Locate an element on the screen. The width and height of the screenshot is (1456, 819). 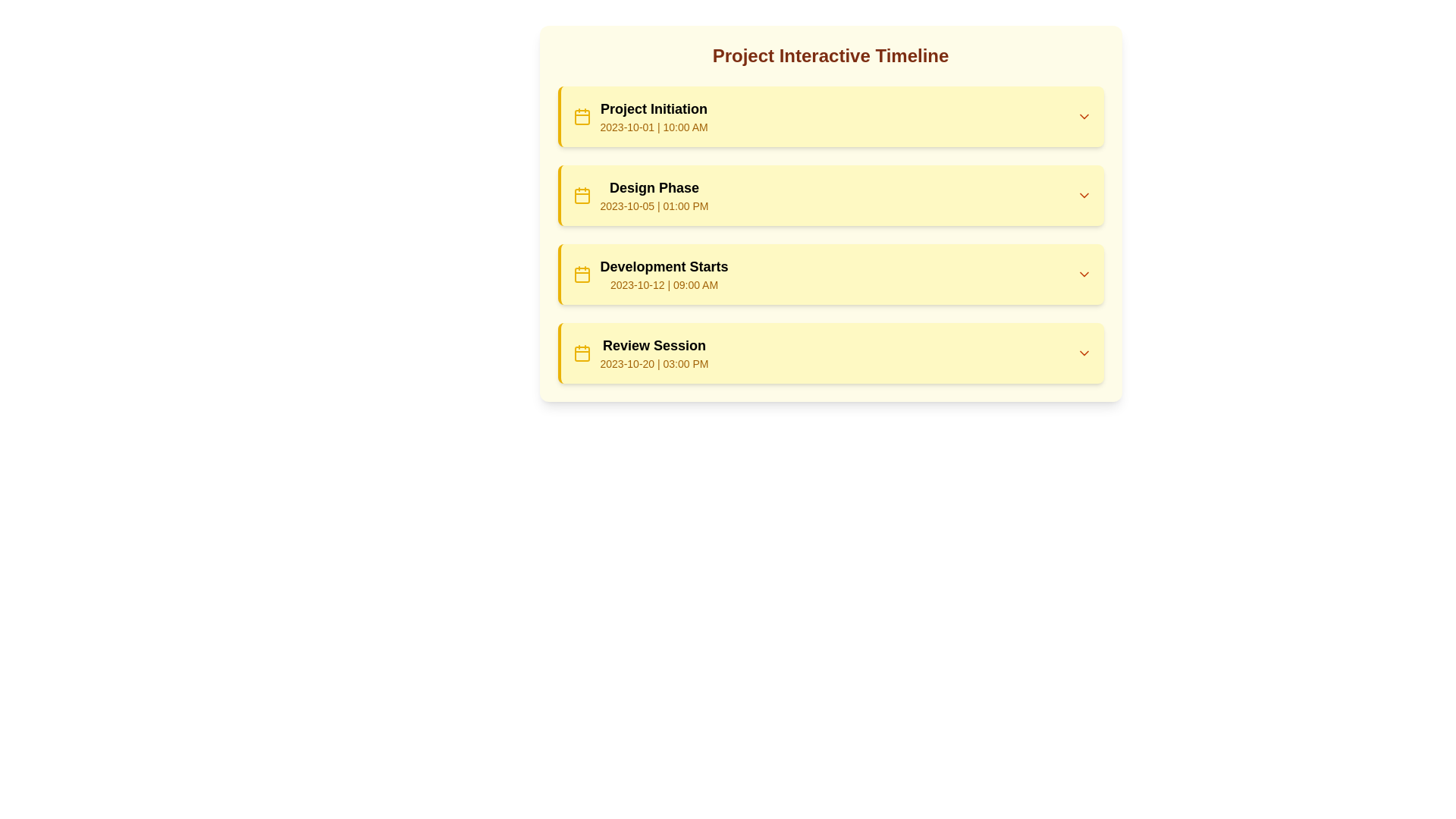
the Text Label that denotes the title of a timeline event, situated above the date and time text '2023-10-01 | 10:00 AM' in the Project Interactive Timeline section is located at coordinates (654, 108).